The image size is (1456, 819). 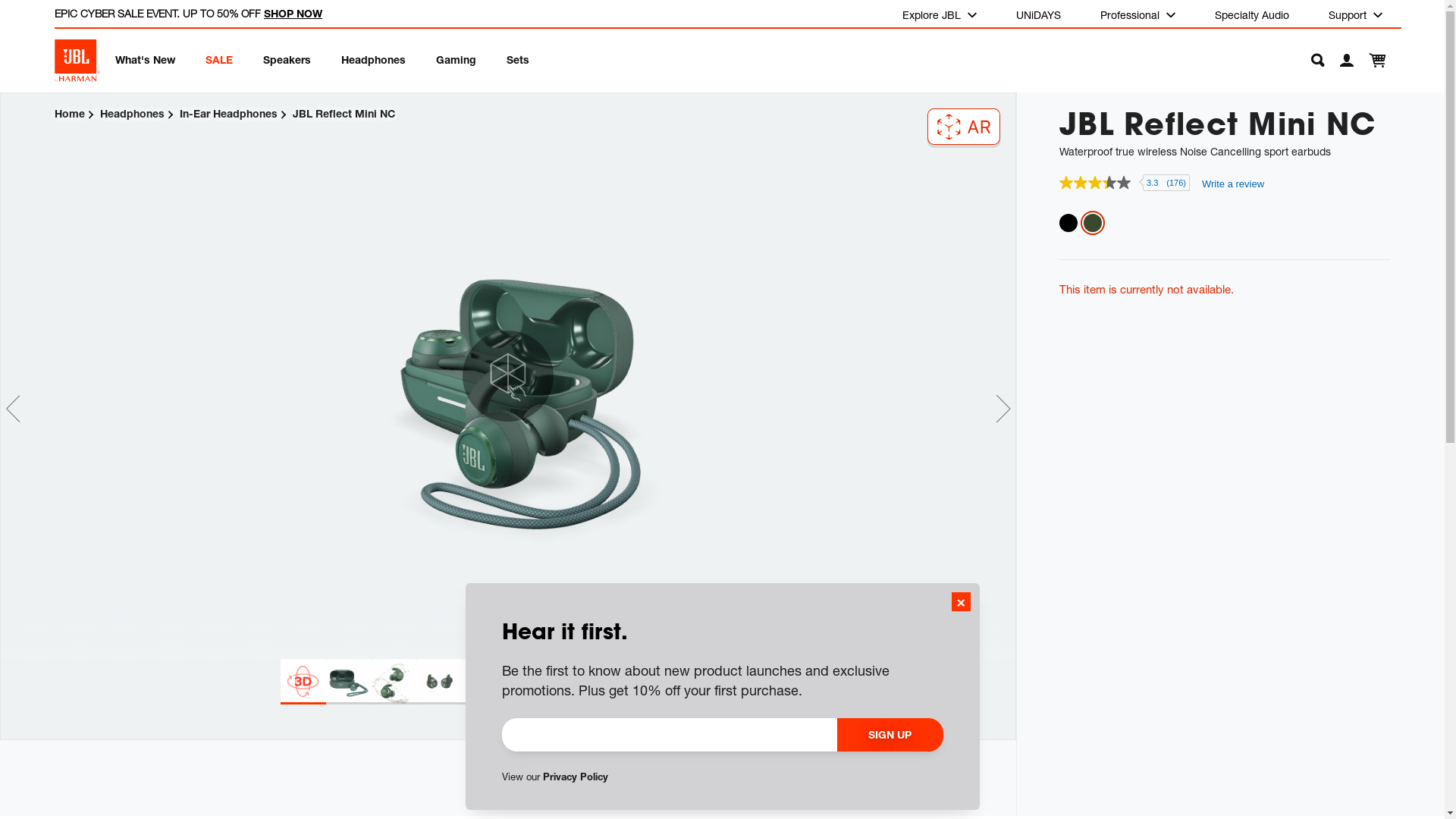 I want to click on 'Professional', so click(x=1087, y=14).